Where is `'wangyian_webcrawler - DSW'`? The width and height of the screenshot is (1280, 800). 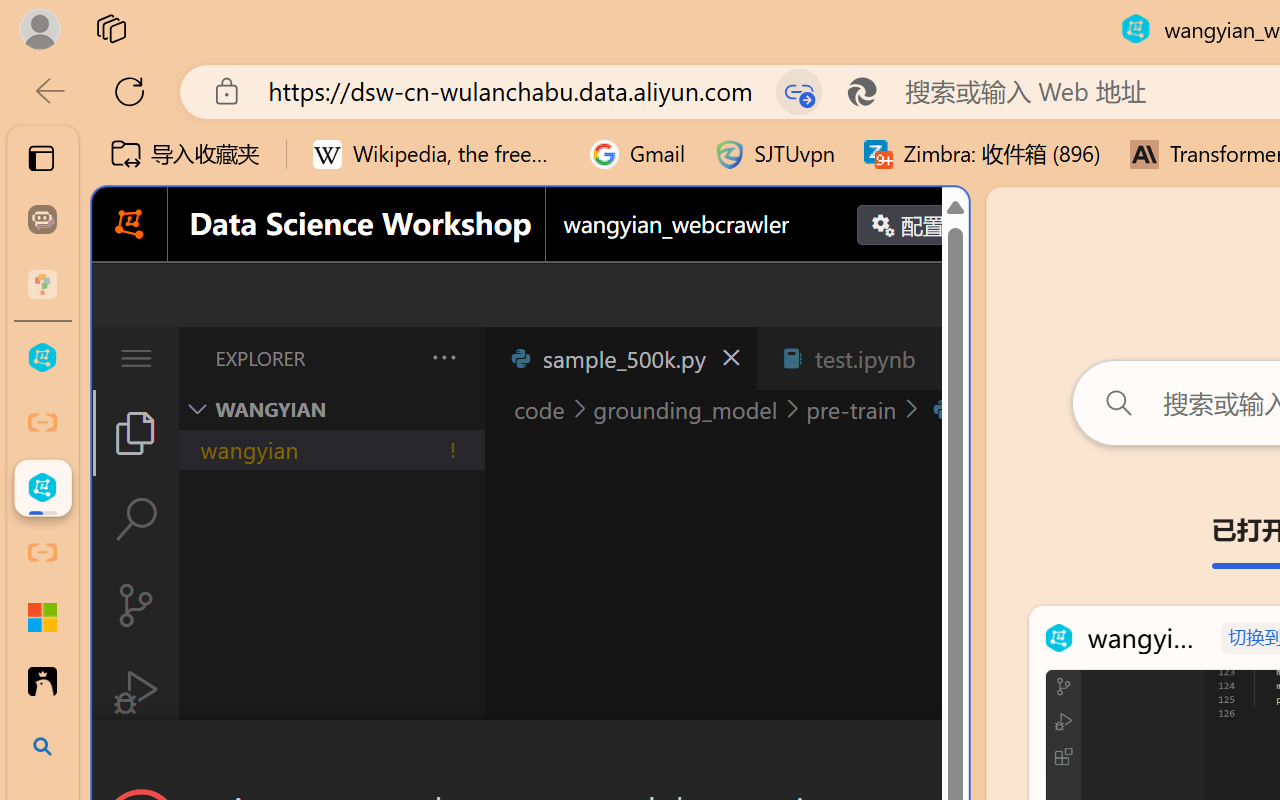
'wangyian_webcrawler - DSW' is located at coordinates (42, 488).